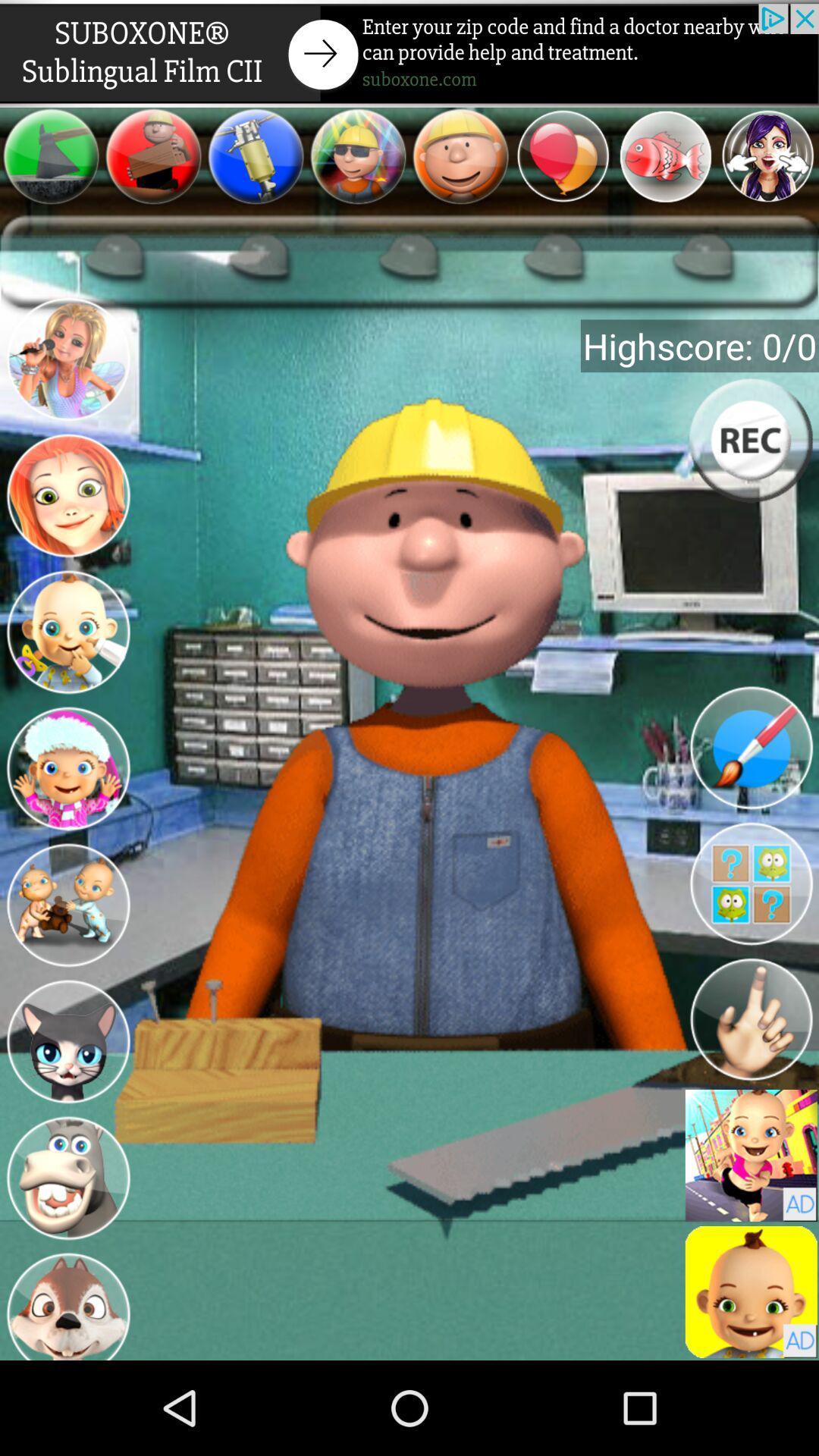 This screenshot has height=1456, width=819. Describe the element at coordinates (664, 156) in the screenshot. I see `the item` at that location.